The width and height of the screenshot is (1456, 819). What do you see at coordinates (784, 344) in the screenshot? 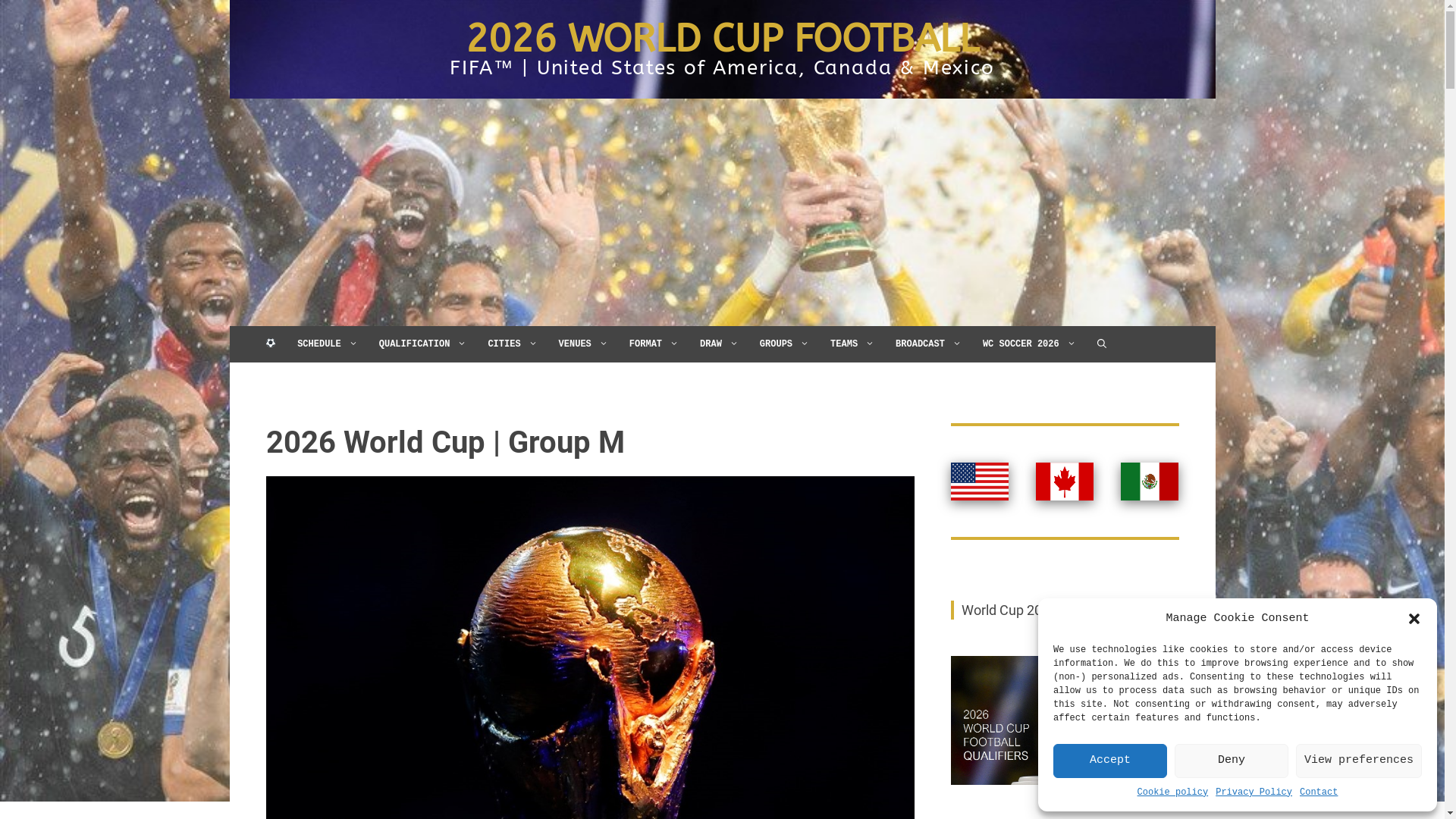
I see `'GROUPS'` at bounding box center [784, 344].